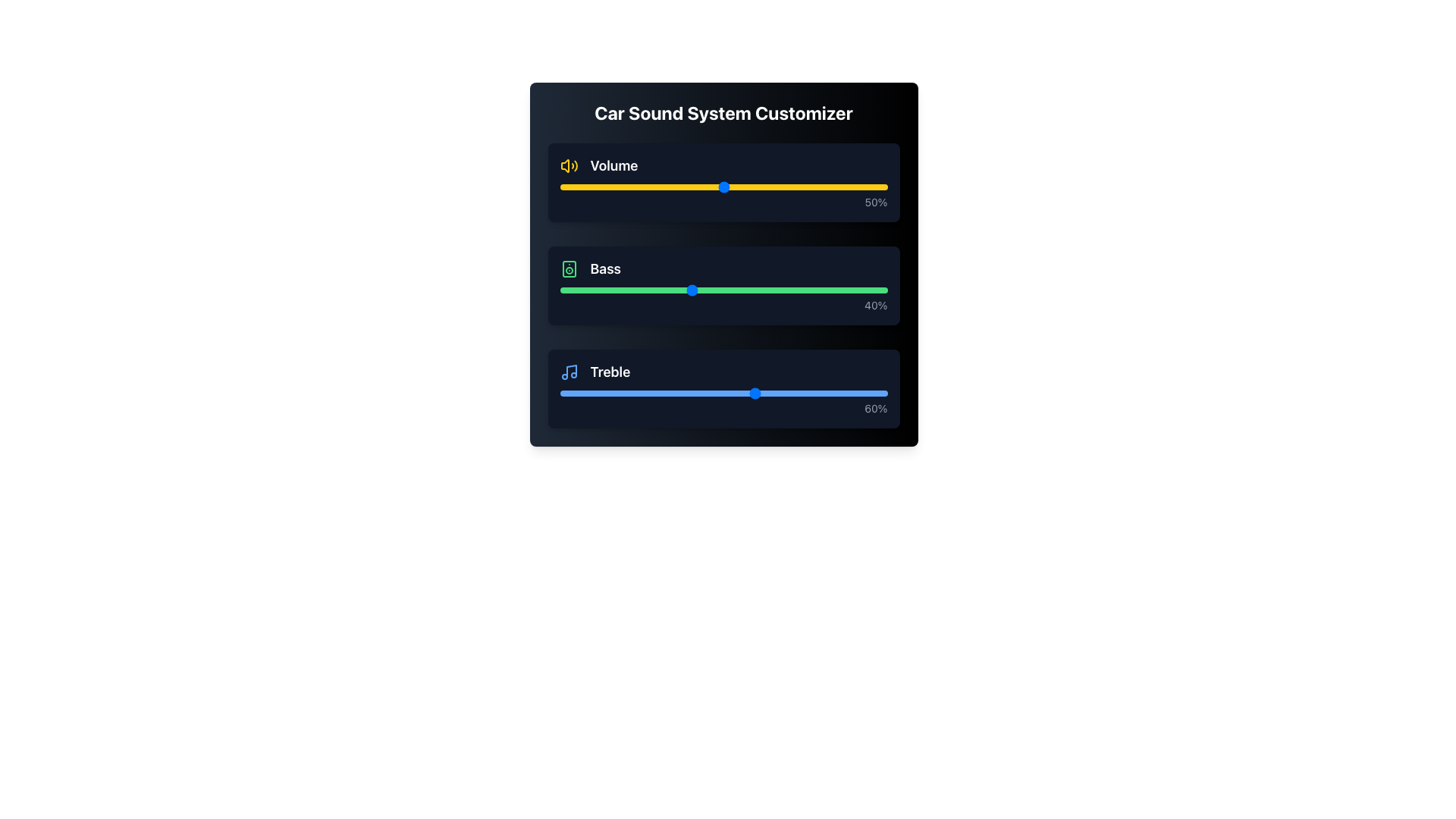  Describe the element at coordinates (568, 268) in the screenshot. I see `the green speaker icon that represents bass settings, located to the immediate left of the 'Bass' label in the adjustment row` at that location.